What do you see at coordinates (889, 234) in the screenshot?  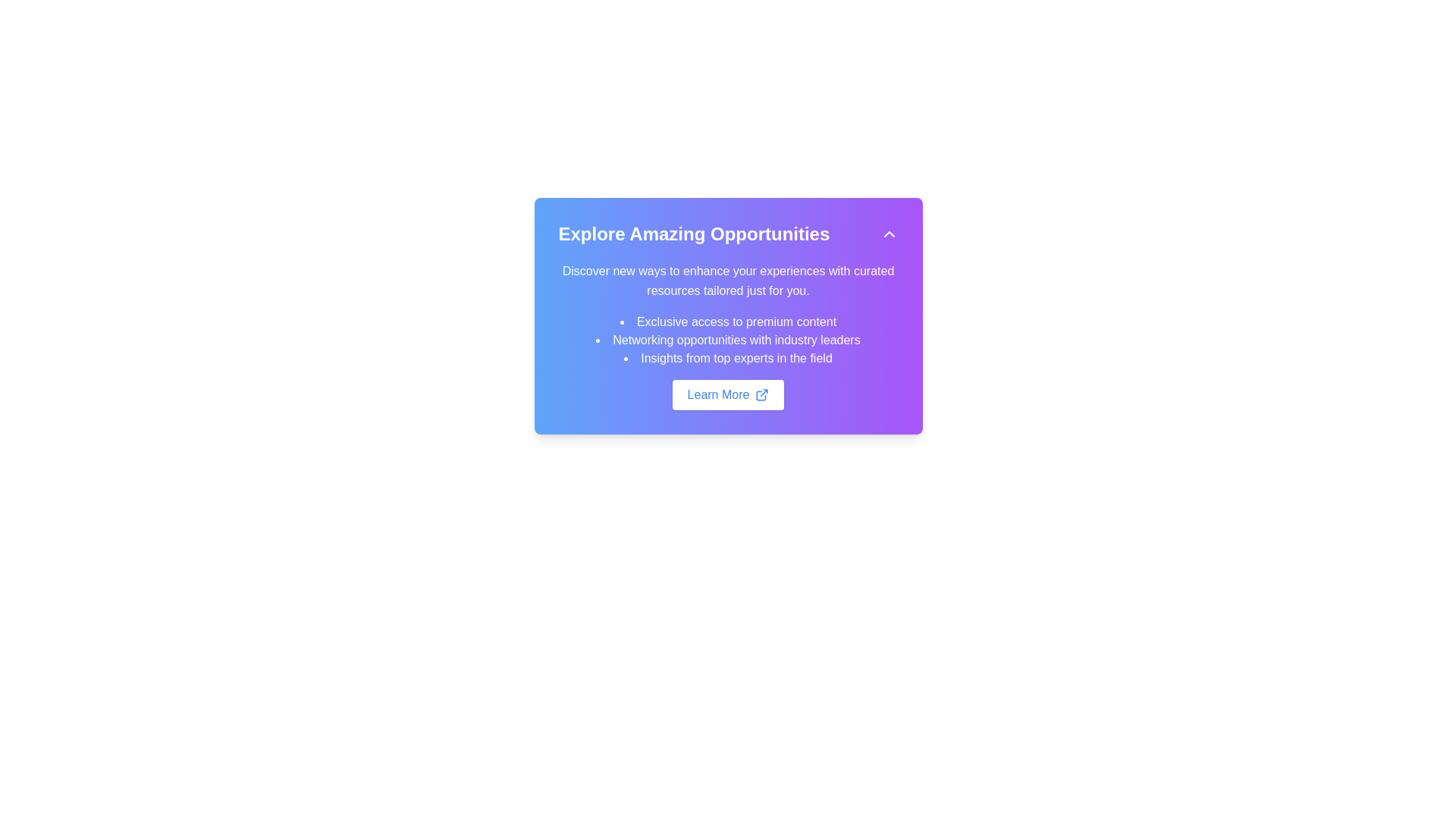 I see `the button located at the top-right corner of the panel titled 'Explore Amazing Opportunities'` at bounding box center [889, 234].